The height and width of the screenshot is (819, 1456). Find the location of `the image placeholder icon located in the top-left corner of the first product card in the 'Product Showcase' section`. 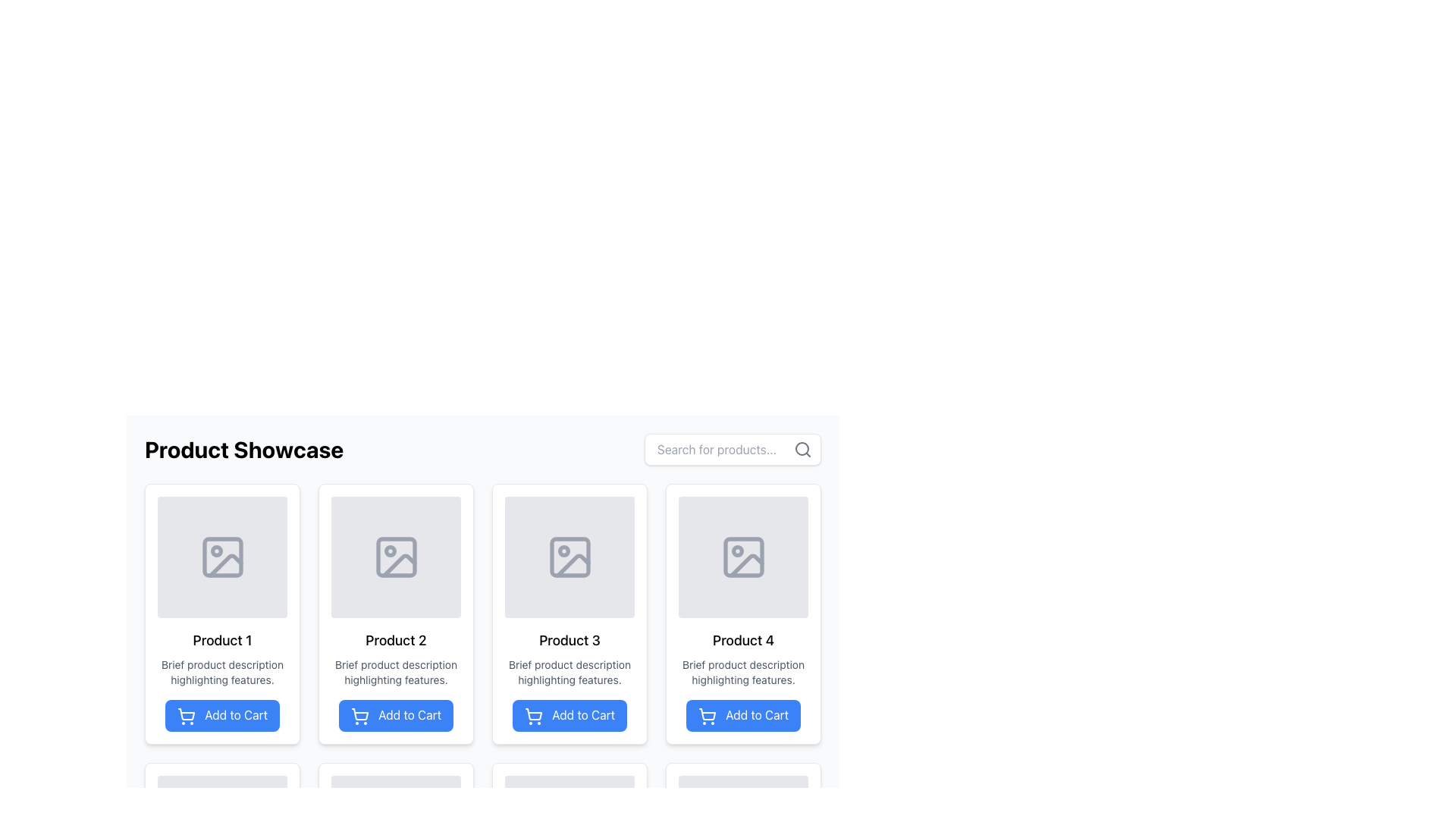

the image placeholder icon located in the top-left corner of the first product card in the 'Product Showcase' section is located at coordinates (221, 557).